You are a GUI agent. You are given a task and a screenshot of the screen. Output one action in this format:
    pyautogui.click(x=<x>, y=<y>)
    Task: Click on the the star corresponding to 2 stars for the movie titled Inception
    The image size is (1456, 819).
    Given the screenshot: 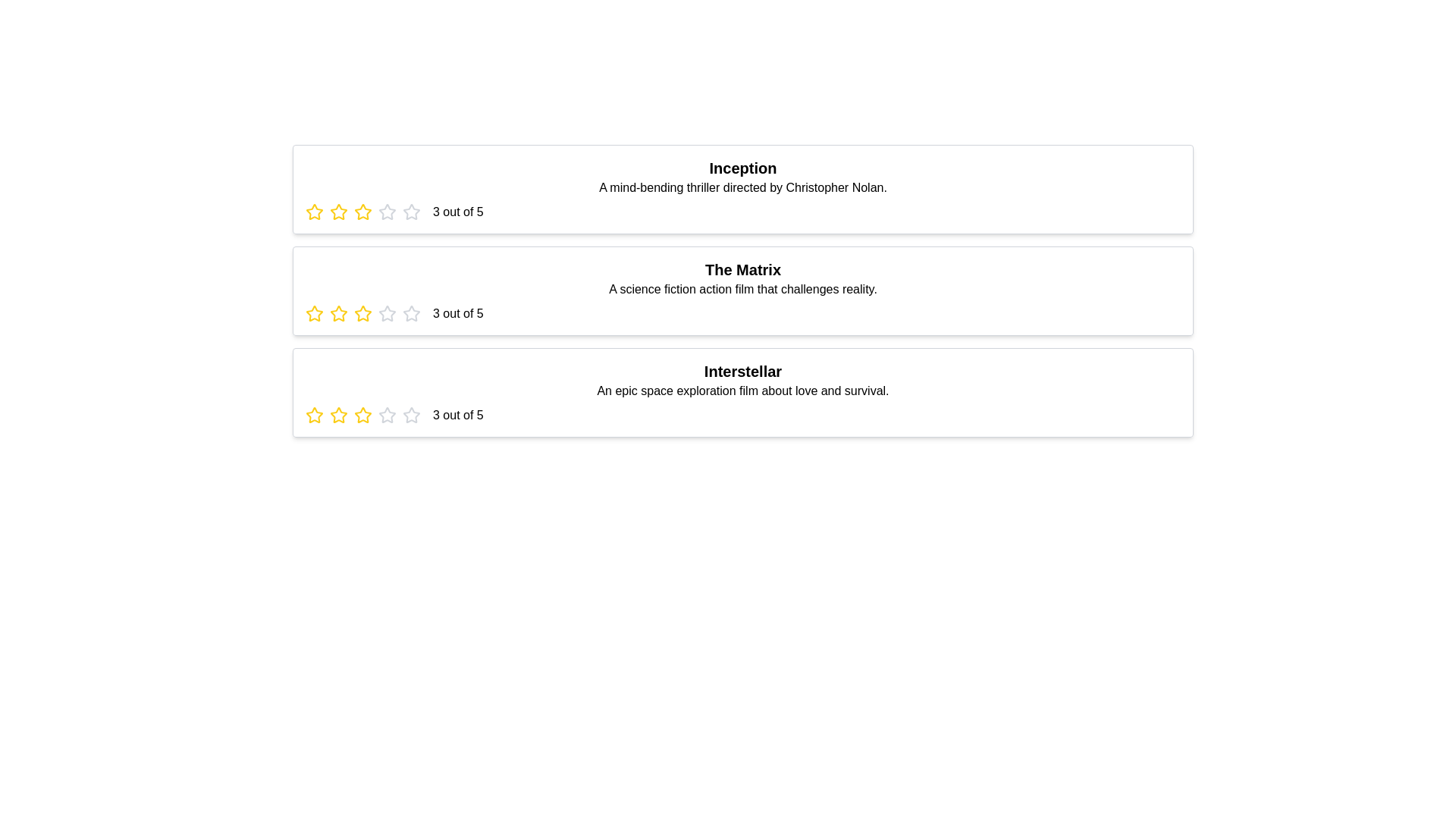 What is the action you would take?
    pyautogui.click(x=337, y=212)
    